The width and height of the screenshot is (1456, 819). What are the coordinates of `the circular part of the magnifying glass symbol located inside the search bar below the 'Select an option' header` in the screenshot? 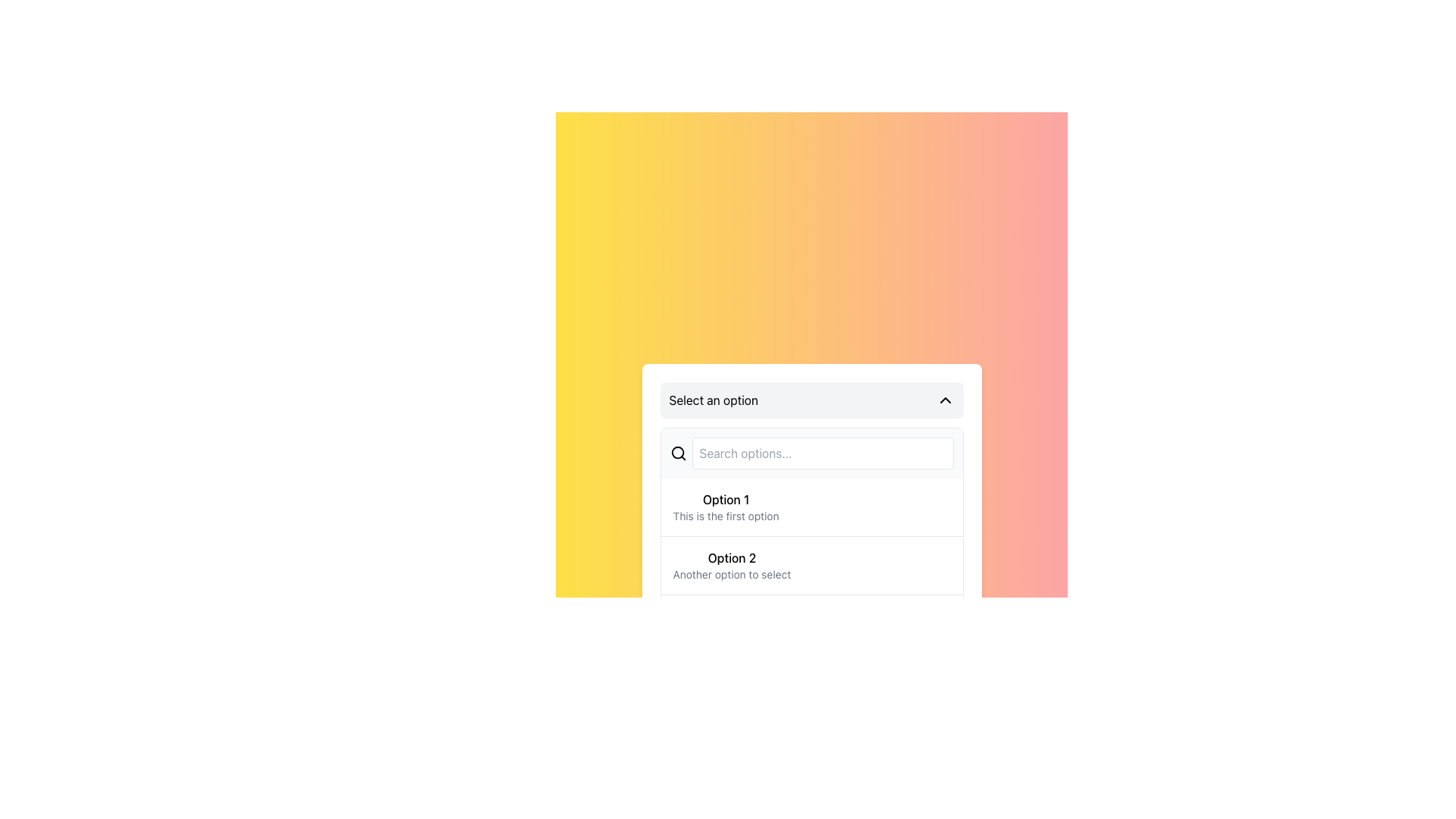 It's located at (676, 452).